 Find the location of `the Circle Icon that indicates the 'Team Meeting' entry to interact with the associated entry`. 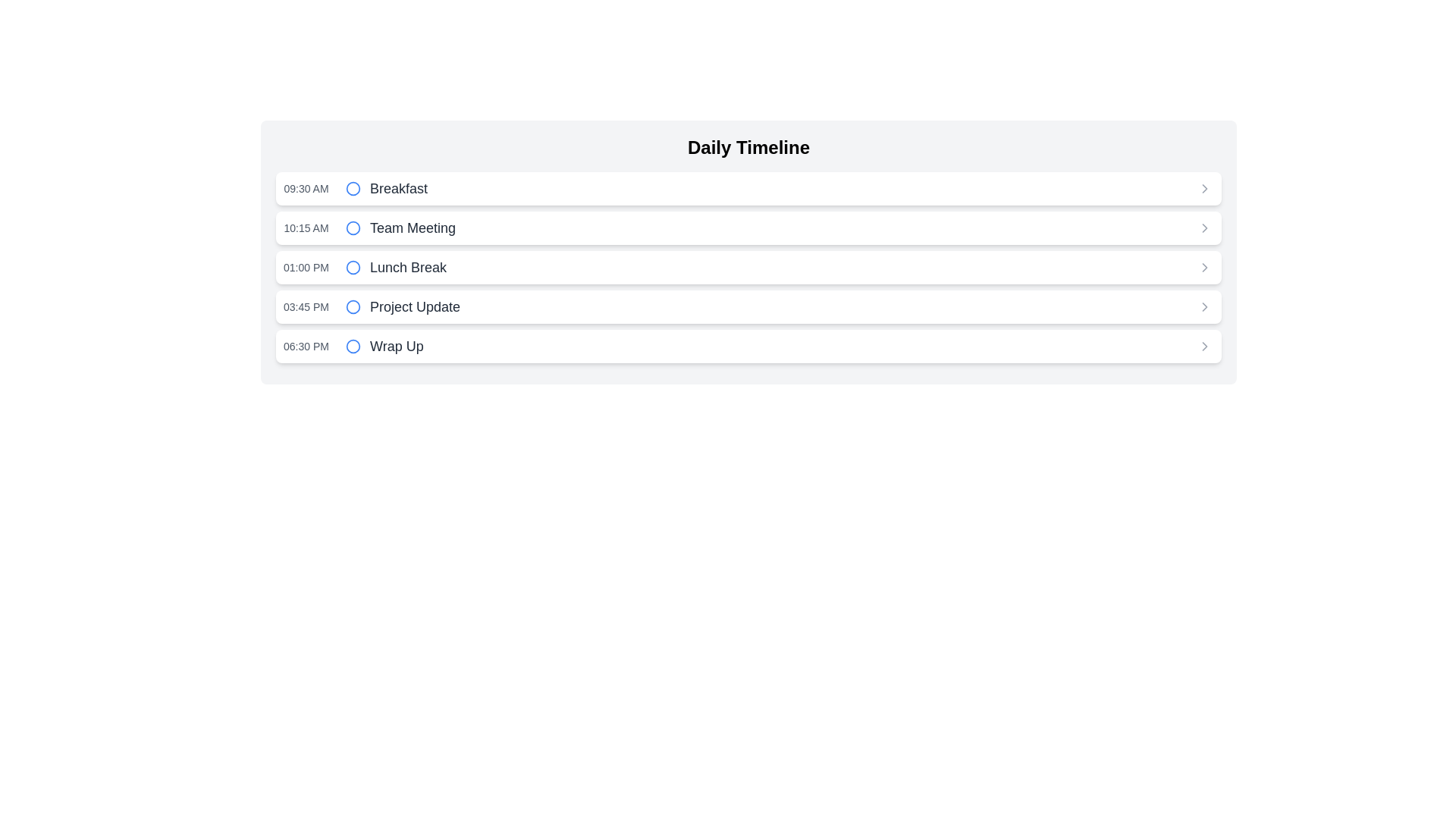

the Circle Icon that indicates the 'Team Meeting' entry to interact with the associated entry is located at coordinates (352, 227).